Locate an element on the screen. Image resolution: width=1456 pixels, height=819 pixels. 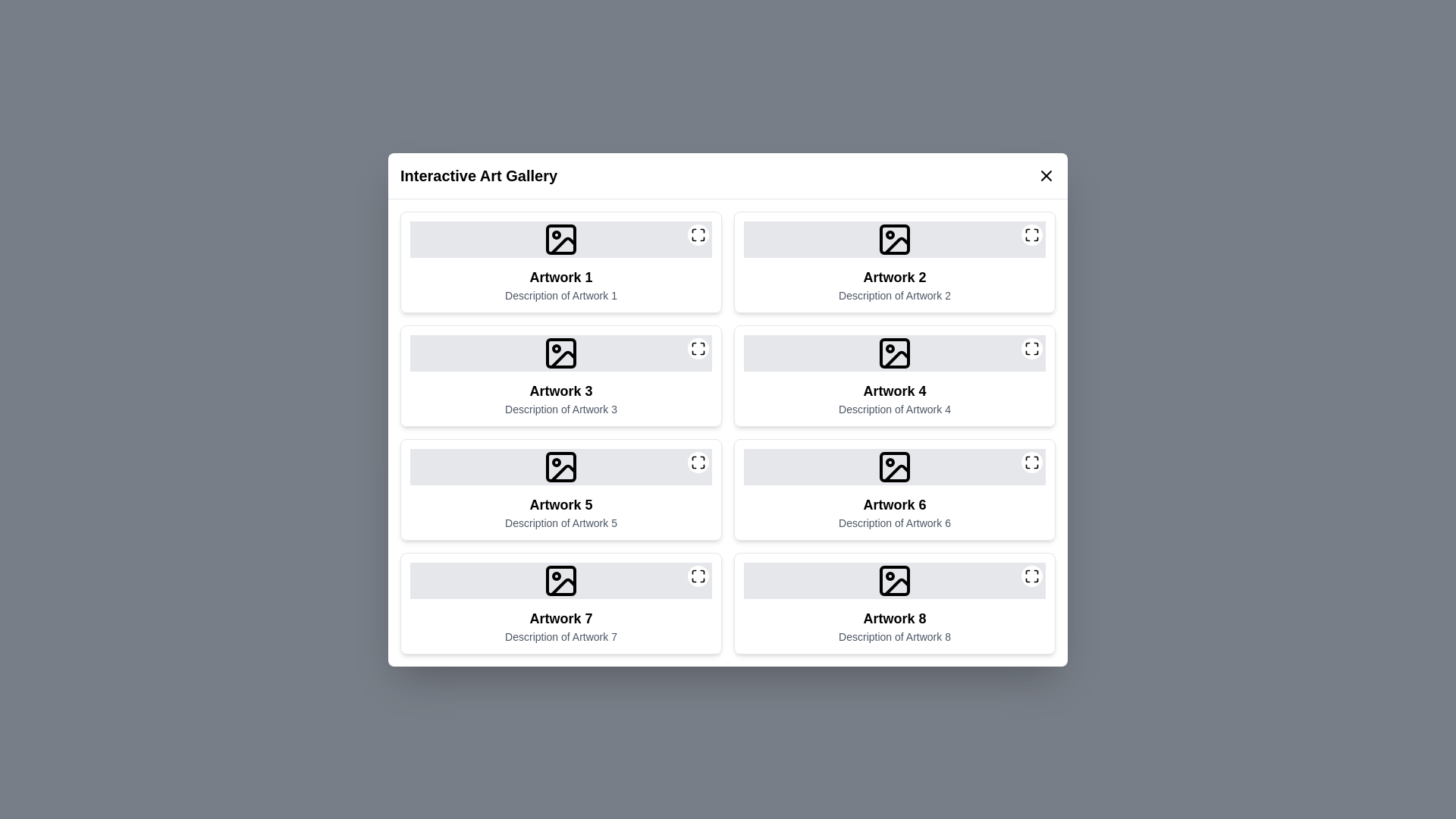
the close button at the top-right corner of the dialog is located at coordinates (1046, 174).